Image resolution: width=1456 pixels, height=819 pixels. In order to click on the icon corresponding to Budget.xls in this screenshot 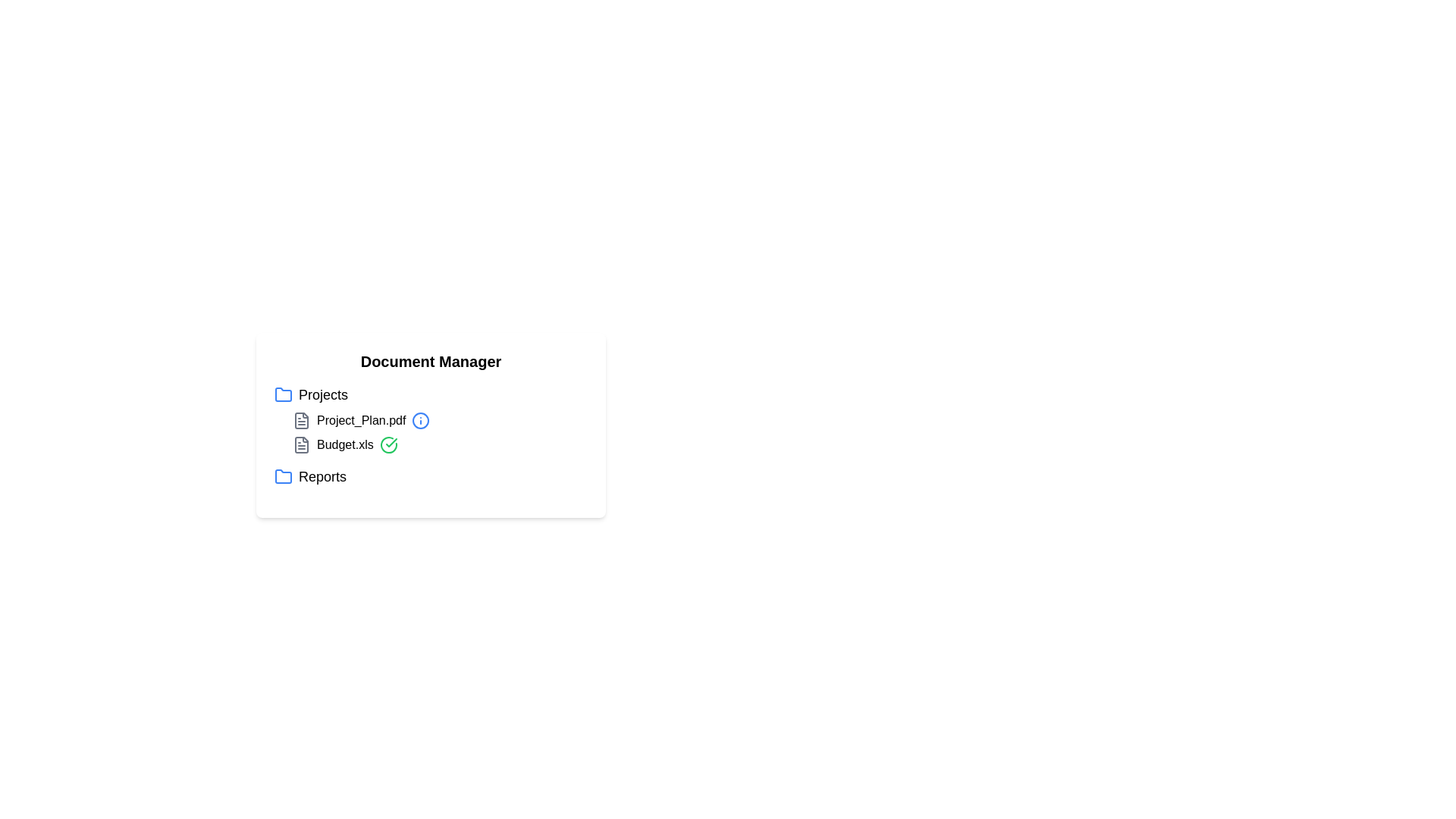, I will do `click(302, 444)`.